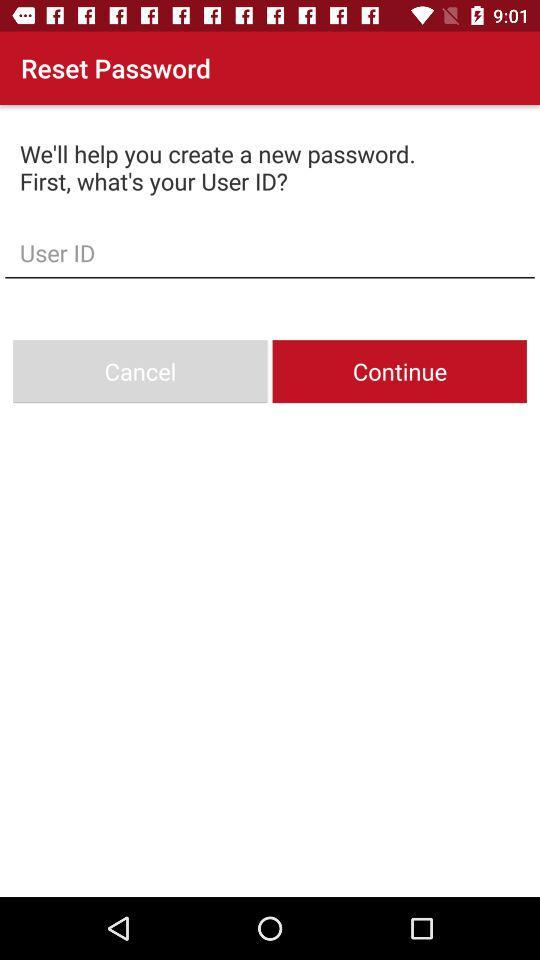 The width and height of the screenshot is (540, 960). I want to click on the icon next to cancel, so click(399, 370).